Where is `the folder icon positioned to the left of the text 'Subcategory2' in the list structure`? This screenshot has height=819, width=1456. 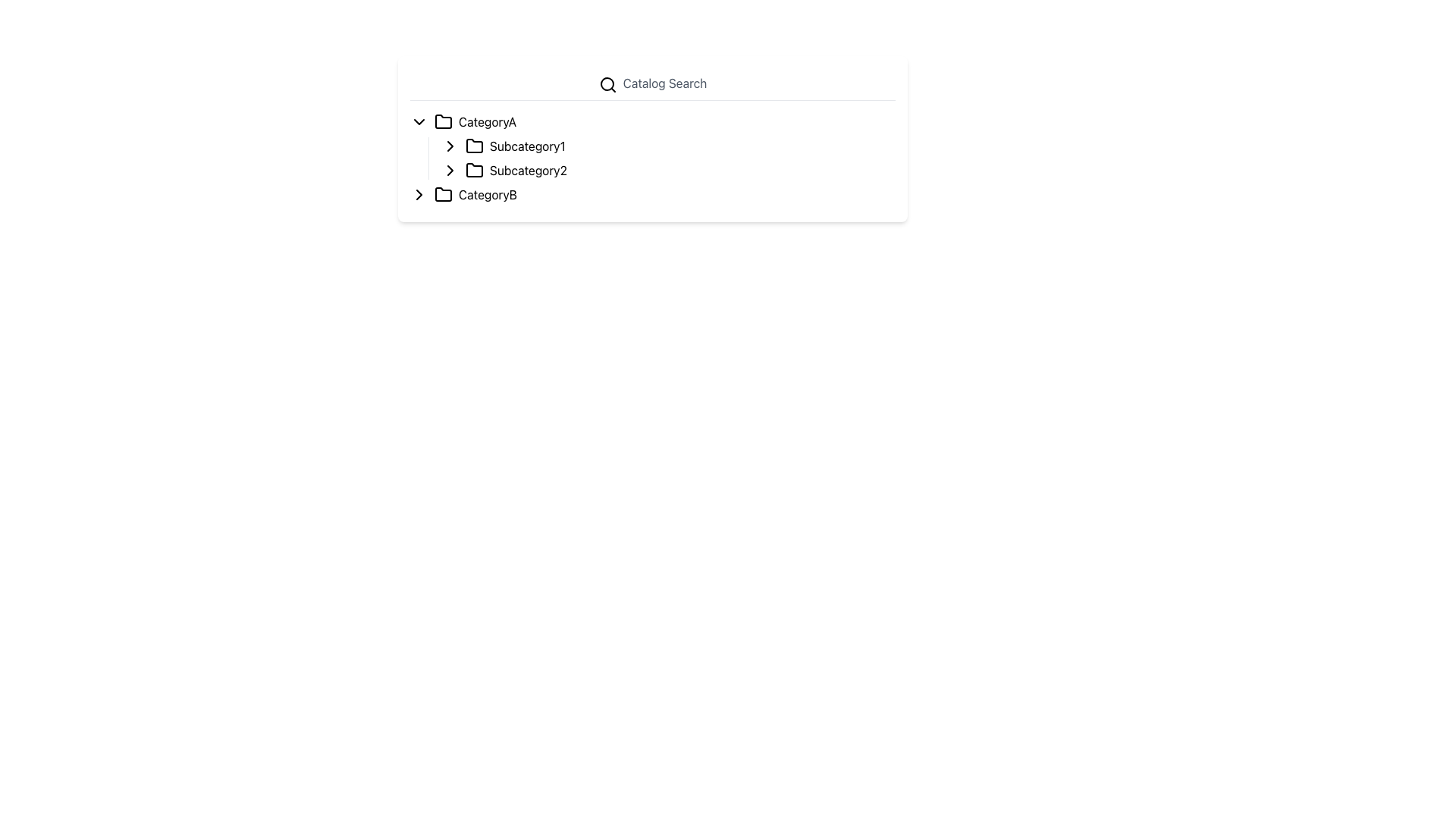
the folder icon positioned to the left of the text 'Subcategory2' in the list structure is located at coordinates (473, 169).